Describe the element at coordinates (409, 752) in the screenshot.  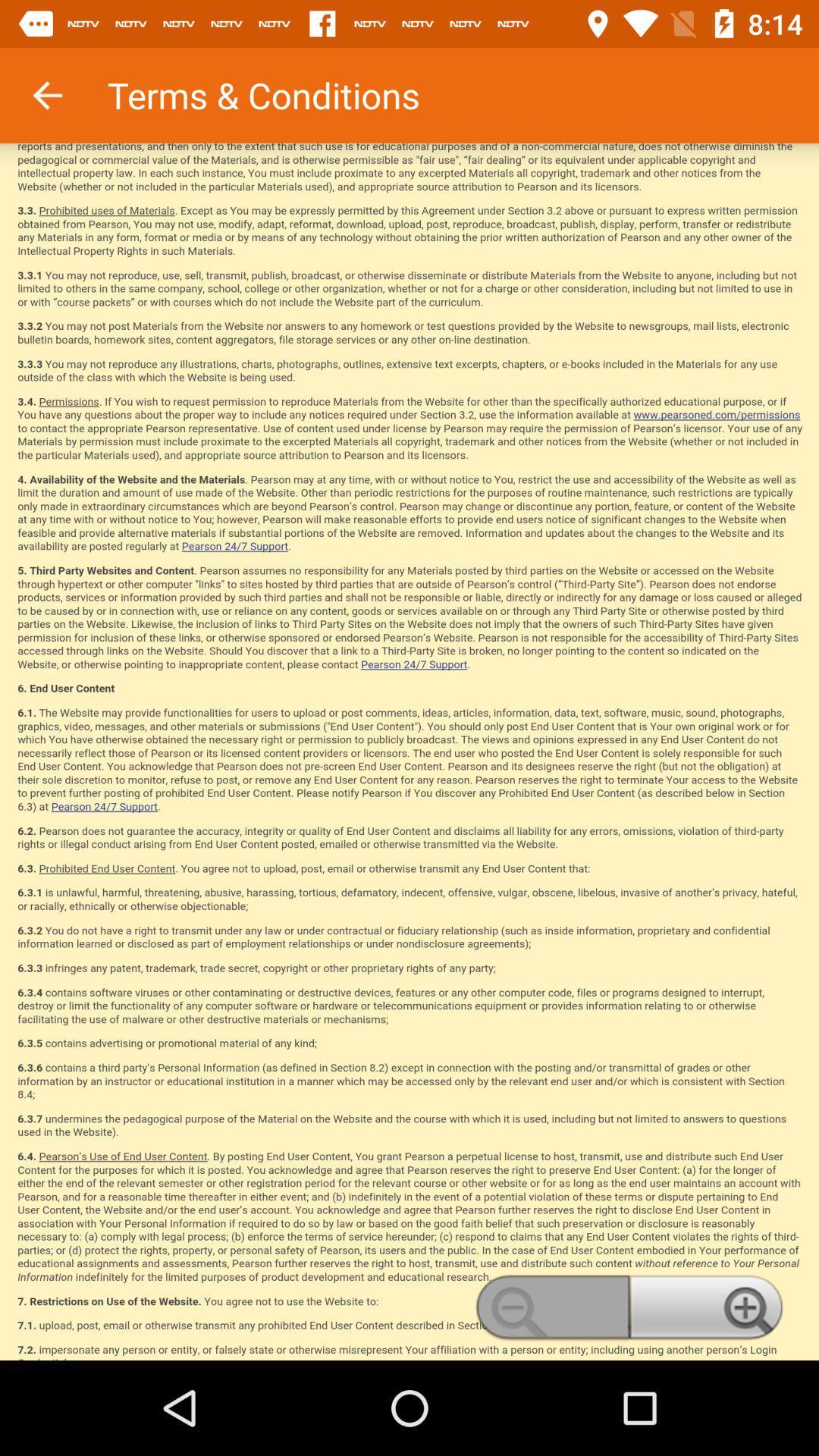
I see `read the terms and conditions` at that location.